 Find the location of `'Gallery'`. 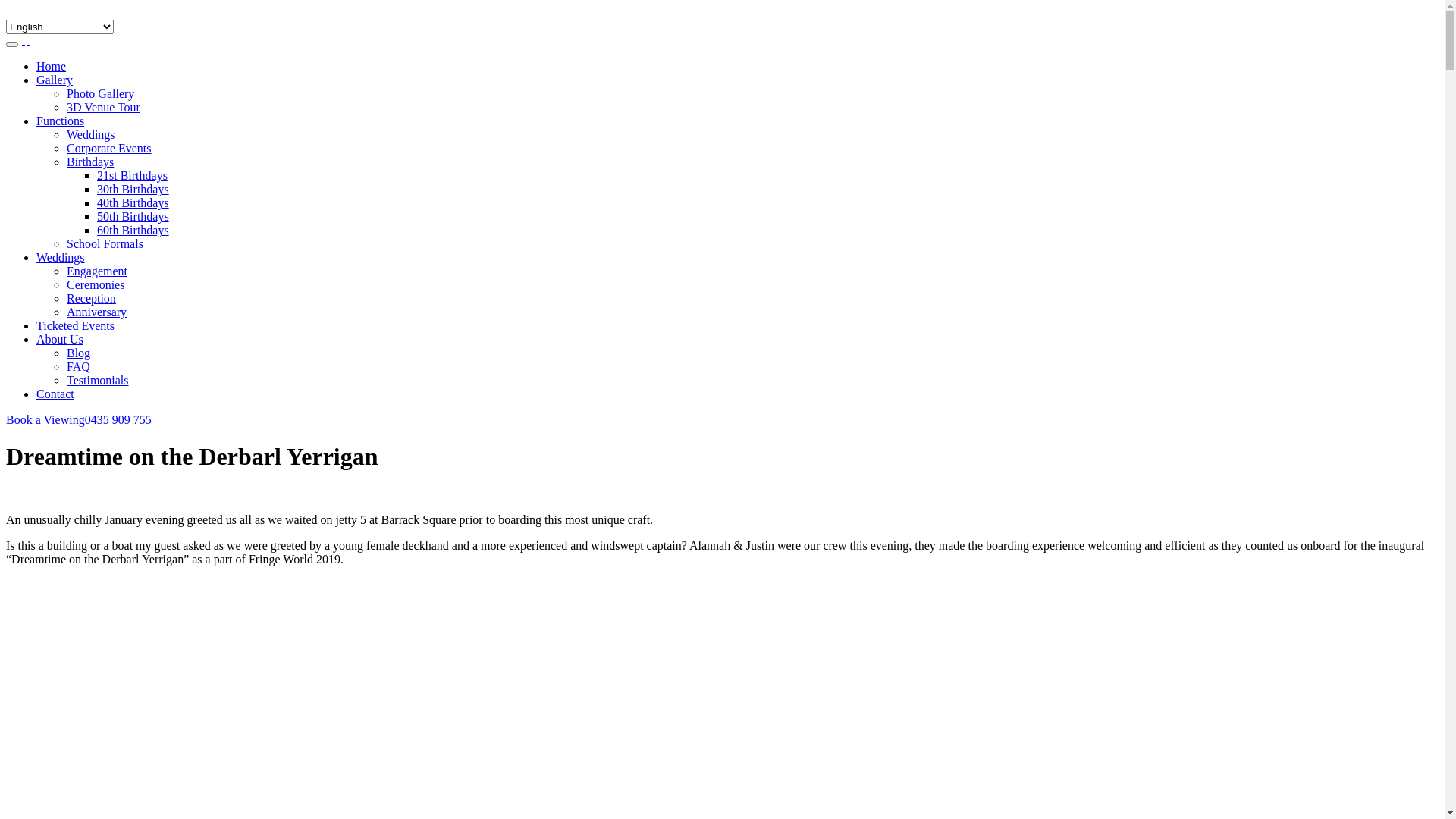

'Gallery' is located at coordinates (36, 80).